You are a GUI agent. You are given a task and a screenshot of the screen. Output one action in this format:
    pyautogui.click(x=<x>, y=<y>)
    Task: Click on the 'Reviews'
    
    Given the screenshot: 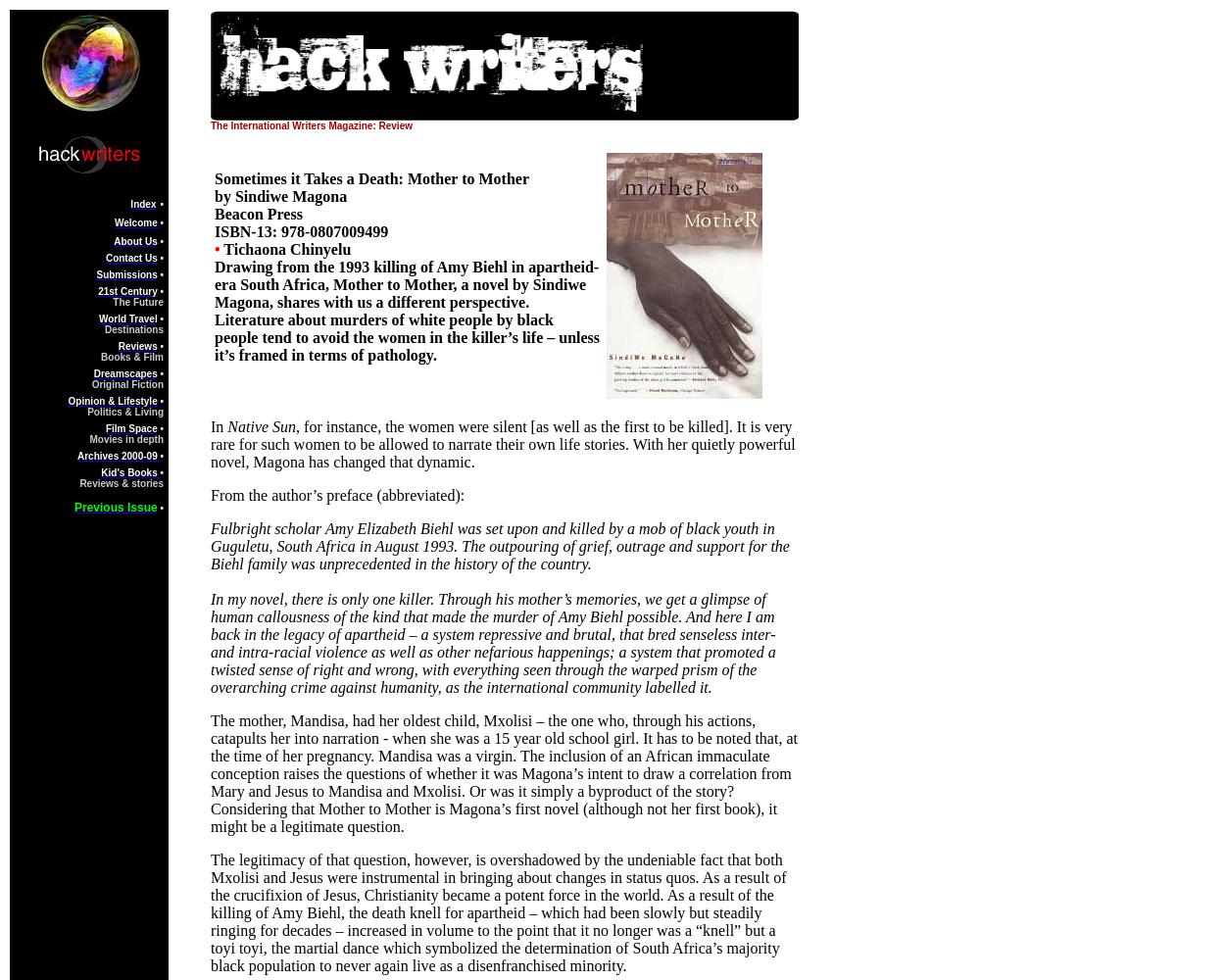 What is the action you would take?
    pyautogui.click(x=117, y=345)
    